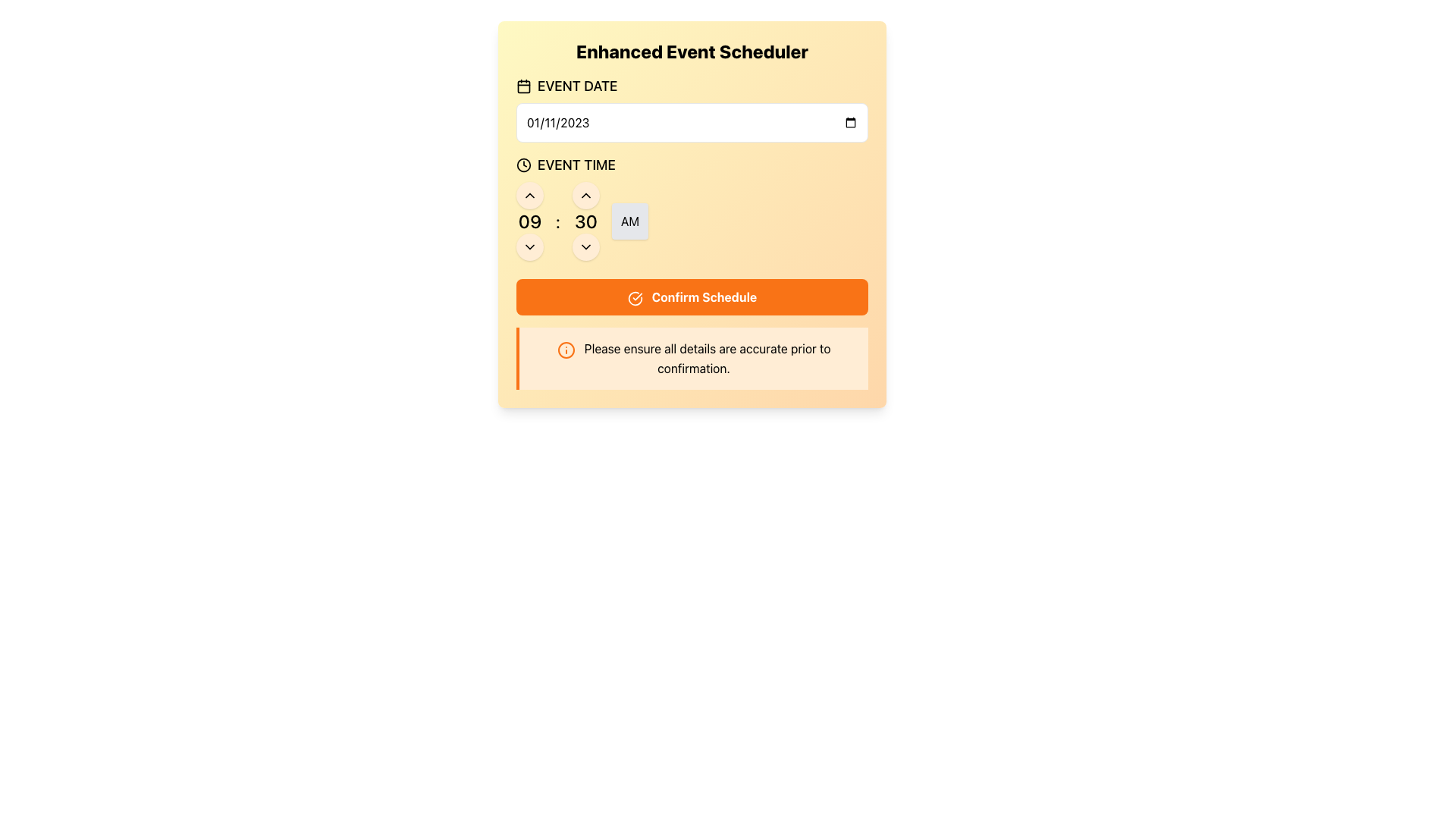  I want to click on the graphical icon that is part of the calendar icon, located to the left of the 'EVENT DATE' label, so click(524, 86).